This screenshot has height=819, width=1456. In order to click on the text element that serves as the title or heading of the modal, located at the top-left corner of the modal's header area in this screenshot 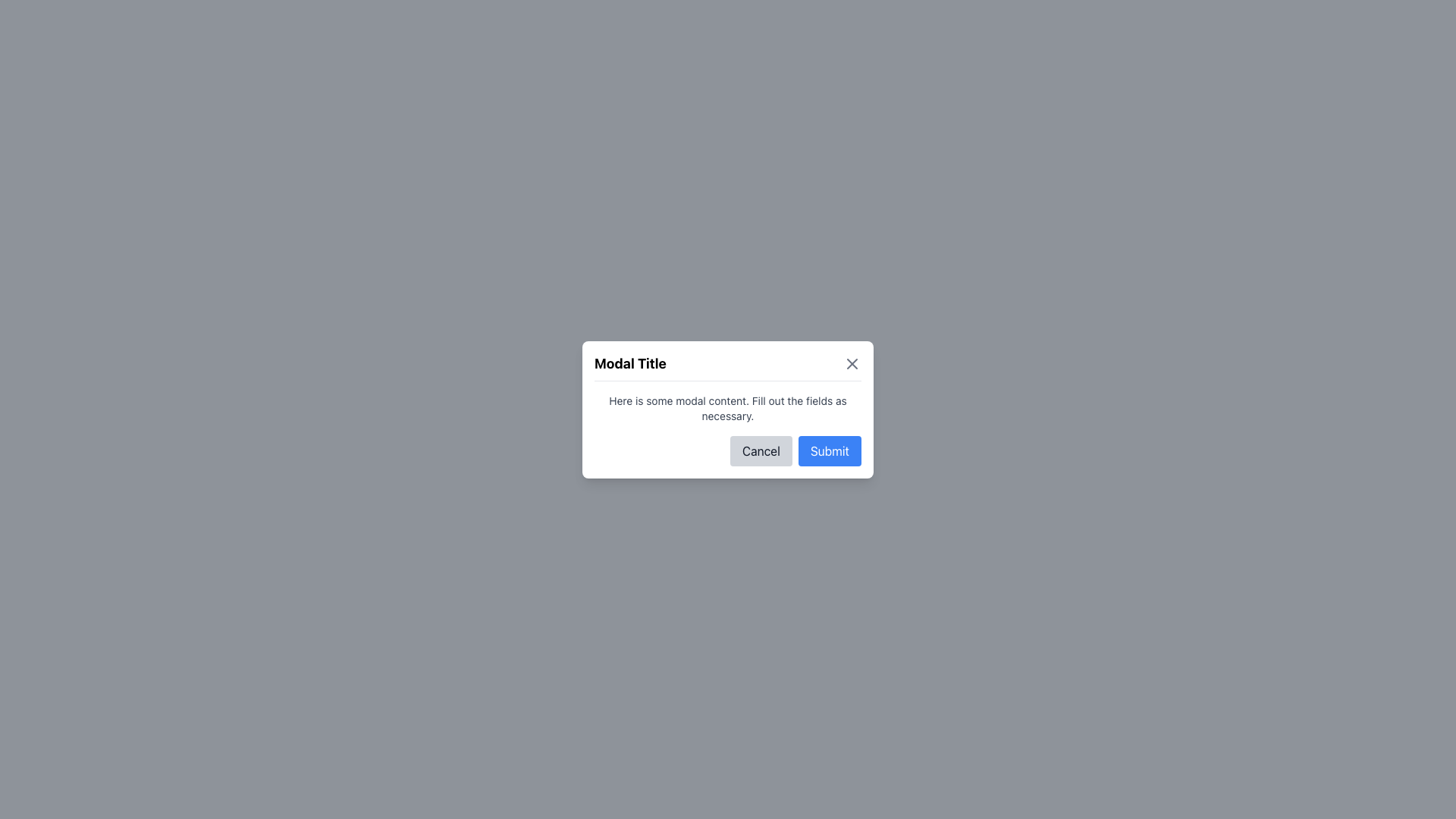, I will do `click(630, 363)`.